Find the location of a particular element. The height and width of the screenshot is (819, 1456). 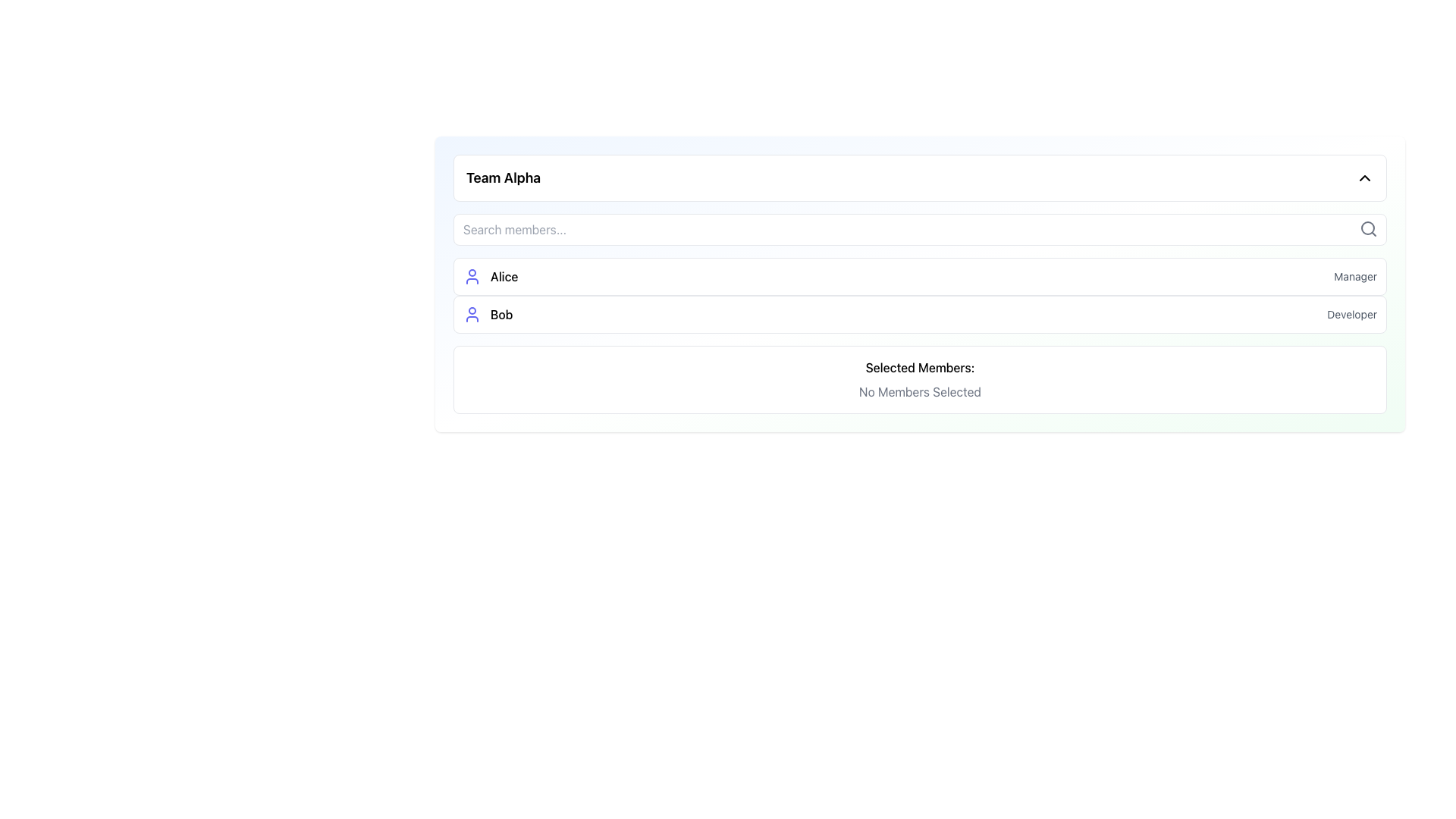

the chevron-shaped icon button located in the header section labeled 'Team Alpha' is located at coordinates (1365, 177).